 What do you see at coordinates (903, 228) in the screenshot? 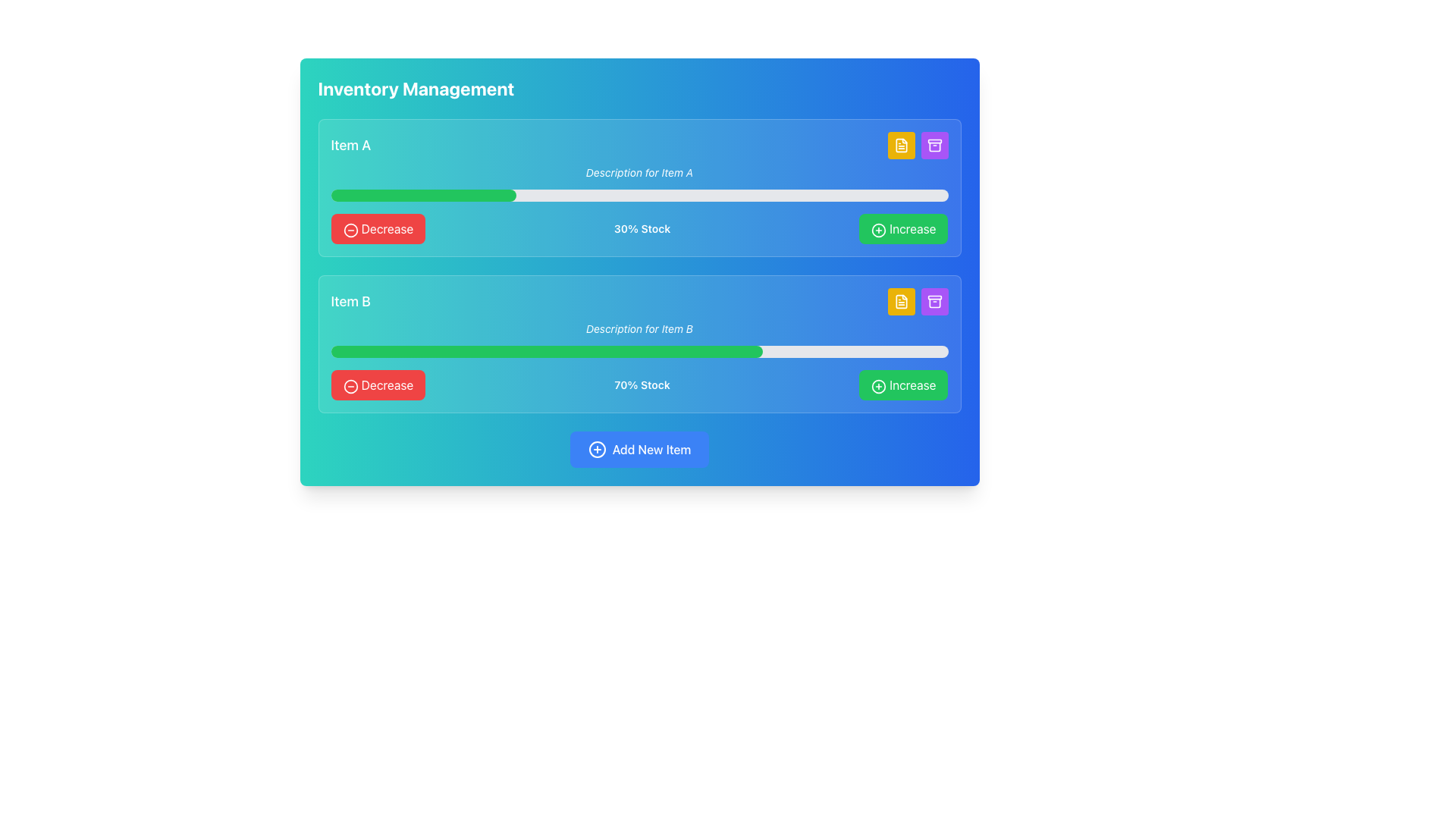
I see `the green rectangular button labeled 'Increase' located in the 'Item A' group, positioned to the right of a horizontal progress bar` at bounding box center [903, 228].